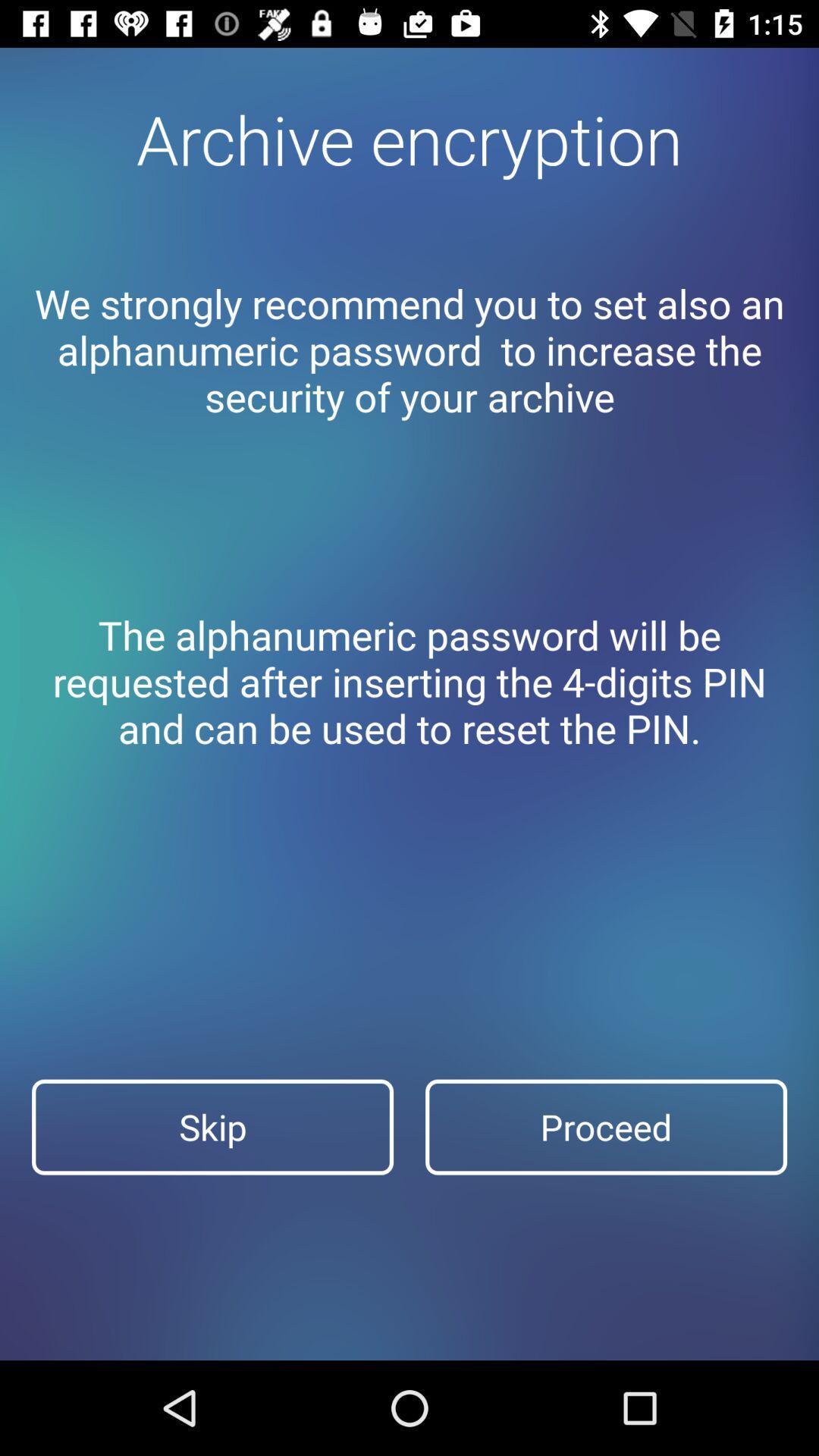 This screenshot has width=819, height=1456. What do you see at coordinates (605, 1127) in the screenshot?
I see `the item below the the alphanumeric password item` at bounding box center [605, 1127].